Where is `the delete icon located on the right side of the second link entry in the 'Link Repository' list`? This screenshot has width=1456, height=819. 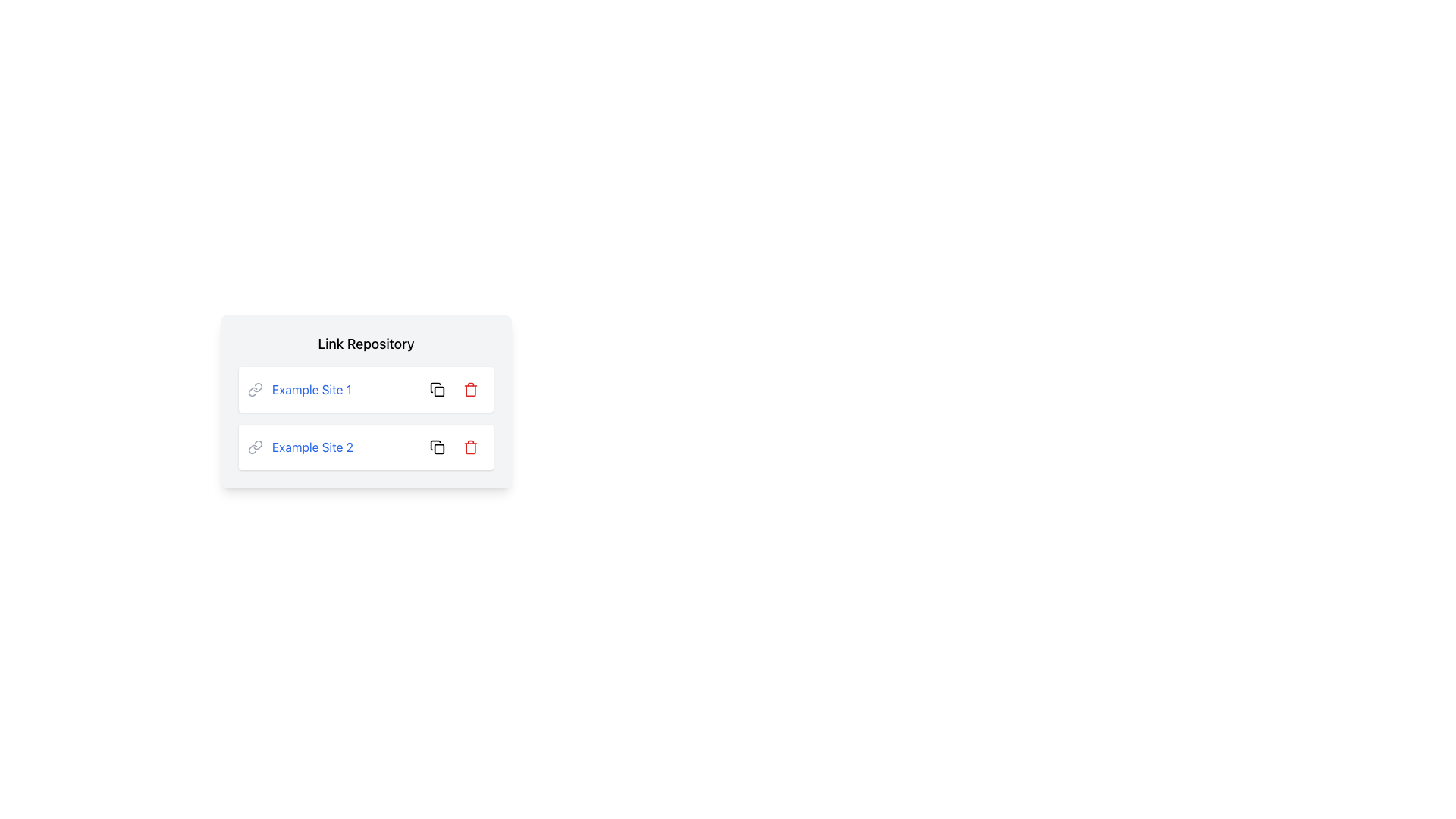
the delete icon located on the right side of the second link entry in the 'Link Repository' list is located at coordinates (469, 447).